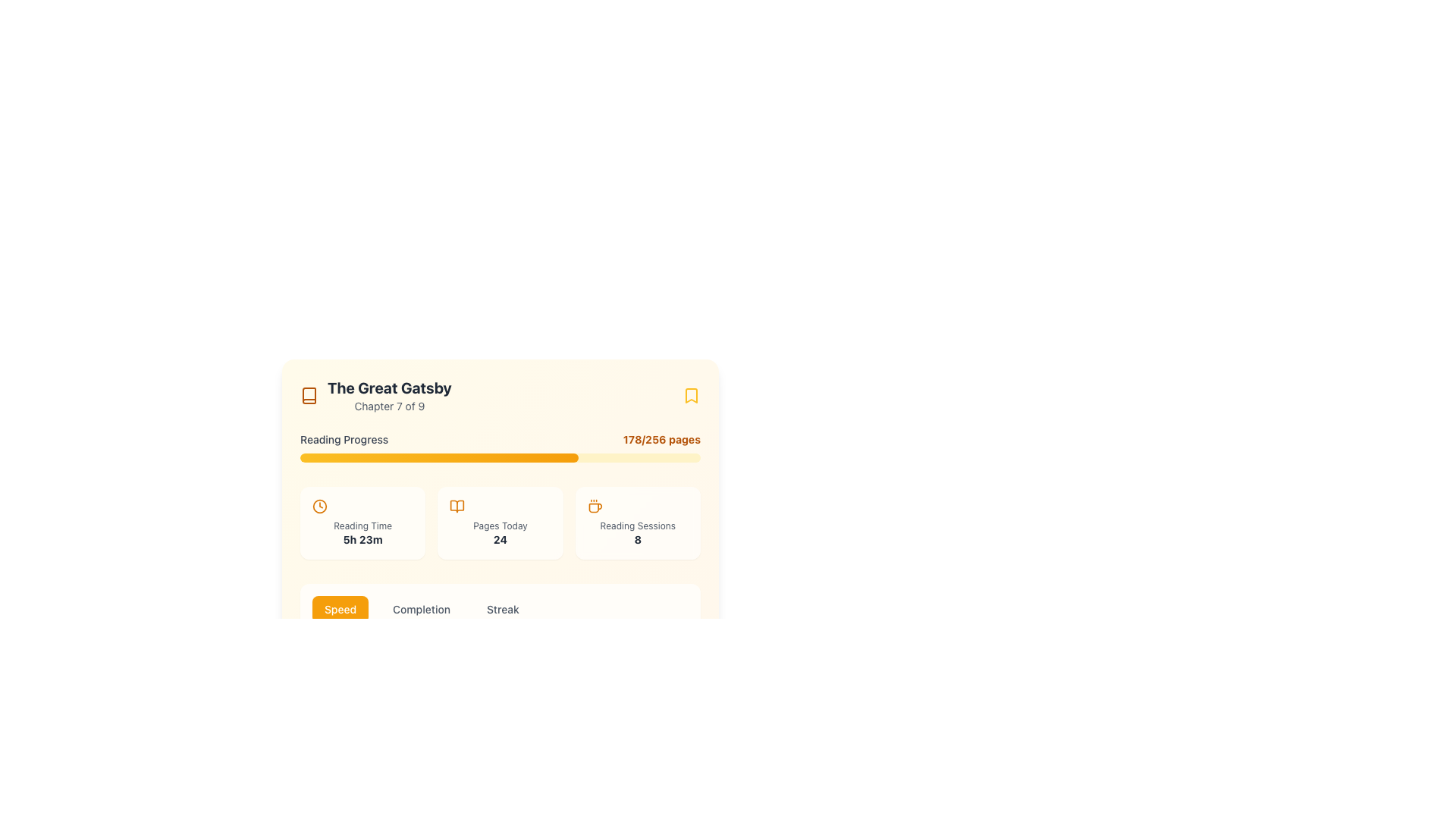 Image resolution: width=1456 pixels, height=819 pixels. Describe the element at coordinates (503, 608) in the screenshot. I see `the 'Streak' button, which is the third button in a group of three horizontal buttons labeled 'Speed,' 'Completion,' and 'Streak', located below the main reading progress section` at that location.